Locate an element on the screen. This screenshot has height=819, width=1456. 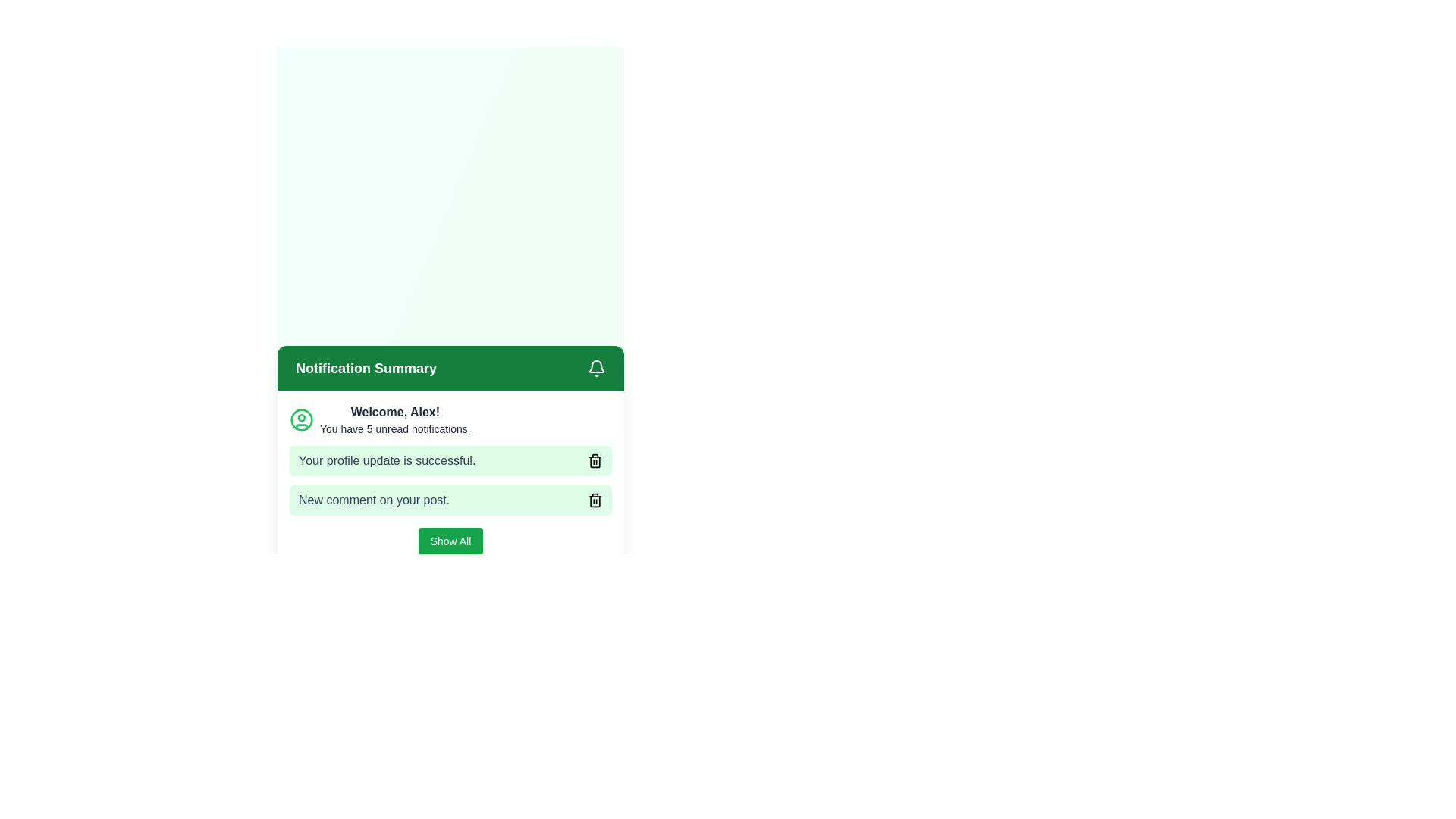
the informational display component that greets the user with the message 'Welcome, Alex! You have 5 unread notifications.' to trigger potential tooltips or effects is located at coordinates (450, 420).